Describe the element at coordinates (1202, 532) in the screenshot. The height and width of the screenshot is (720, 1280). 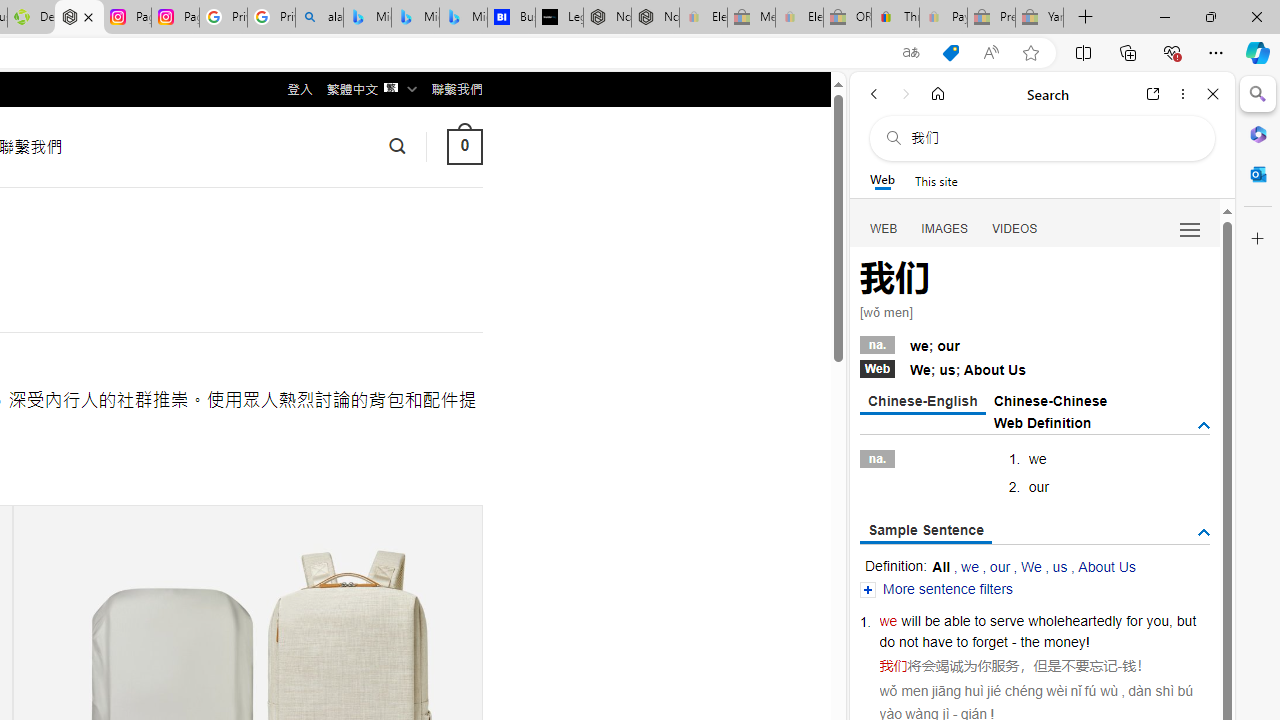
I see `'AutomationID: tgdef_sen'` at that location.